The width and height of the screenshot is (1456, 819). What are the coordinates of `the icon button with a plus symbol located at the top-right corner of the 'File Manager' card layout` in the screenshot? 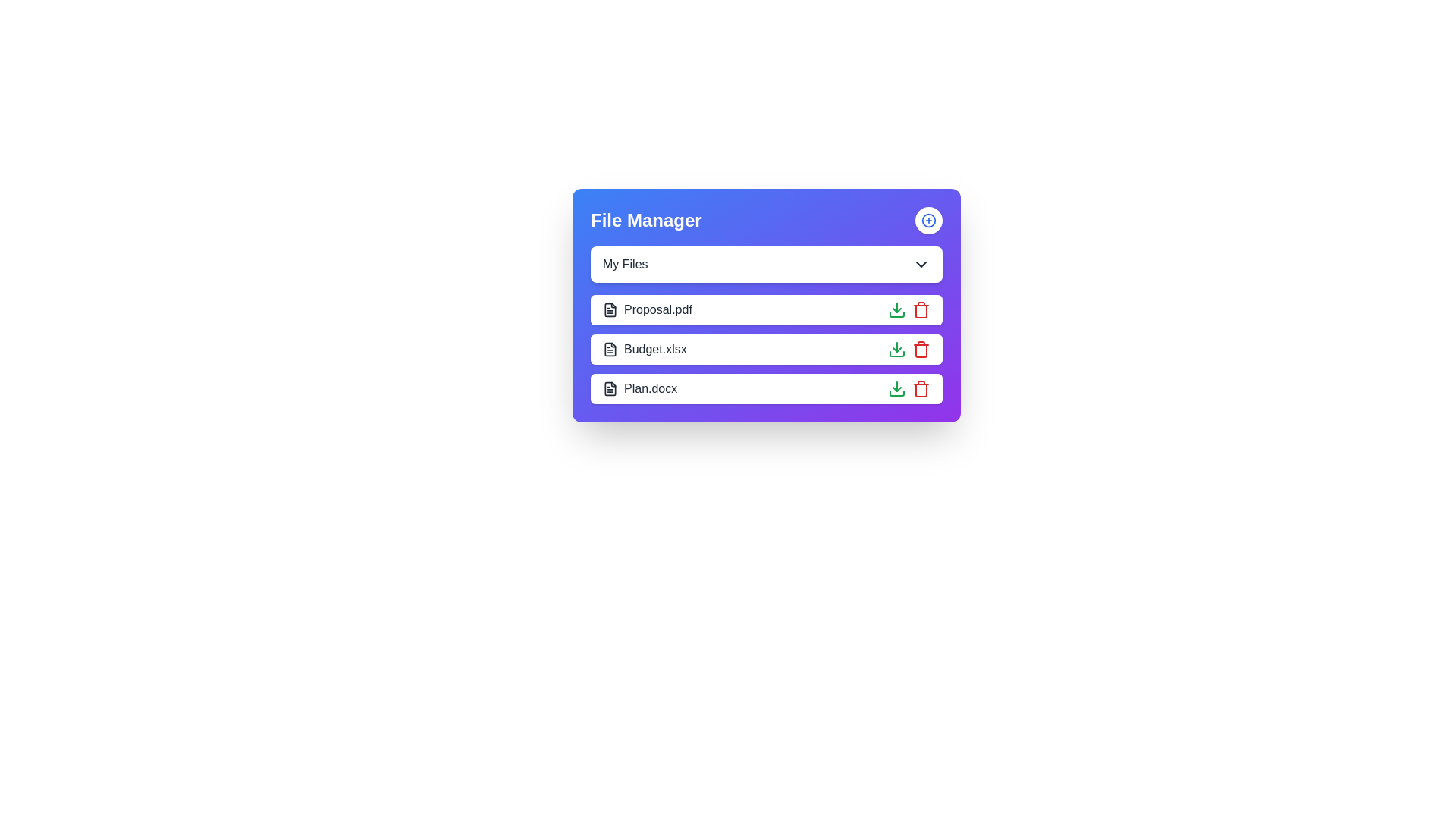 It's located at (927, 220).